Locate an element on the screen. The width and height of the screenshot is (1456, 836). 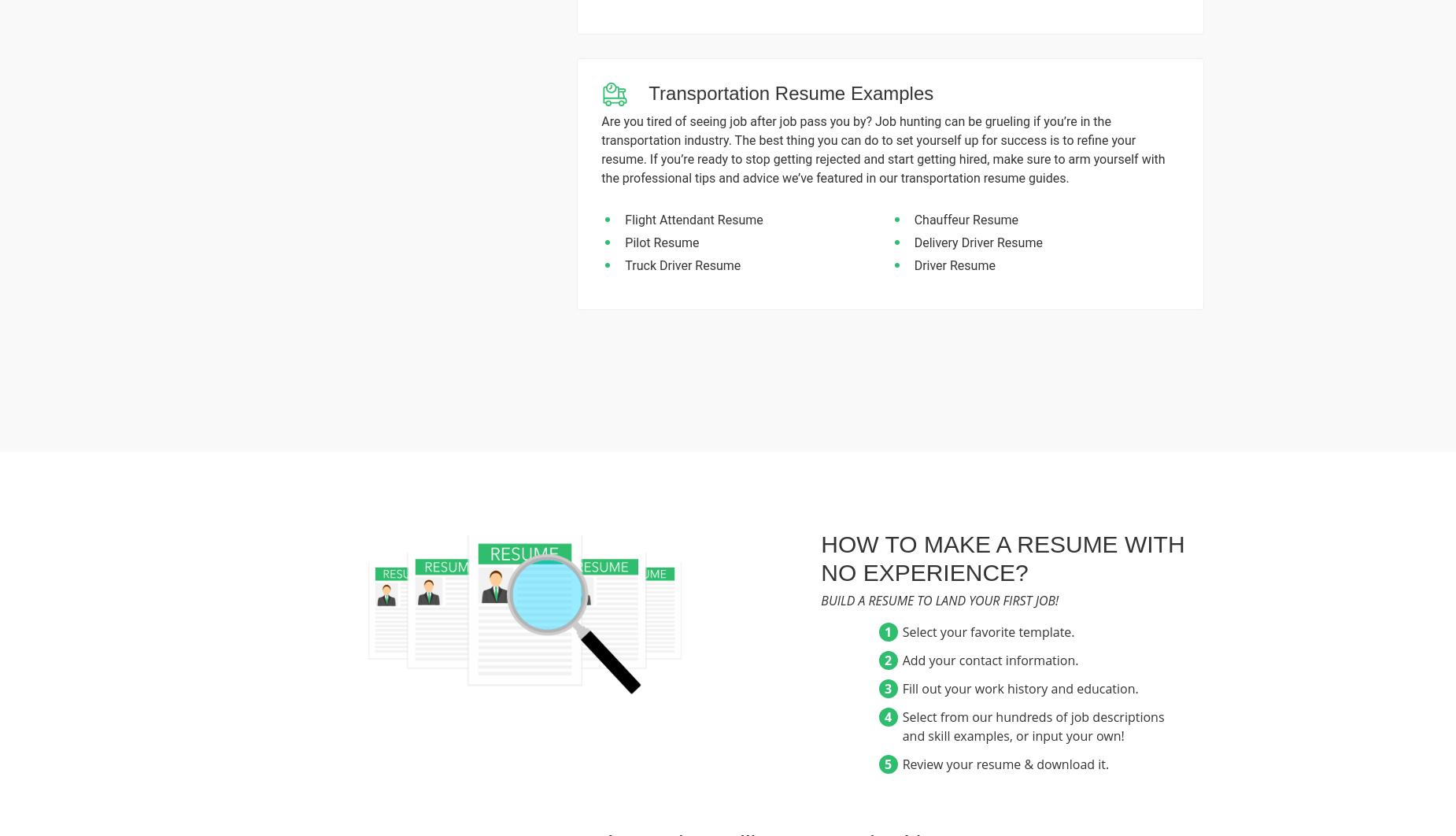
'Are you tired of seeing job after job pass you by? Job hunting can be grueling if you’re in the transportation industry. The best thing you can do to set yourself up for success is to refine your resume. If you’re ready to stop getting rejected and start getting hired, make sure to arm yourself with the professional tips and advice we’ve featured in our transportation resume guides.' is located at coordinates (882, 150).